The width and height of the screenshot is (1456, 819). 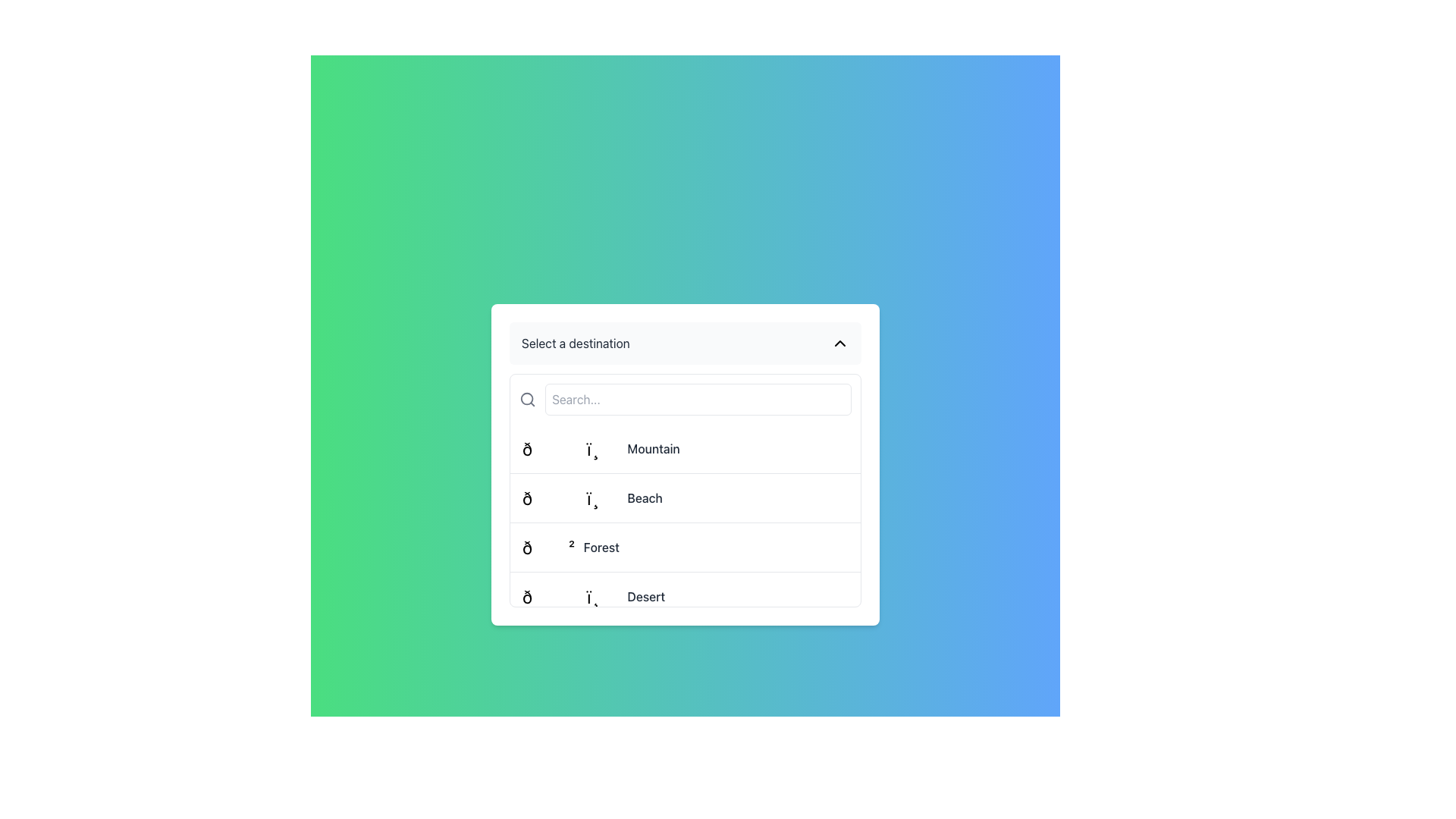 I want to click on the circular gray search icon located on the left side of the search bar interface, so click(x=528, y=399).